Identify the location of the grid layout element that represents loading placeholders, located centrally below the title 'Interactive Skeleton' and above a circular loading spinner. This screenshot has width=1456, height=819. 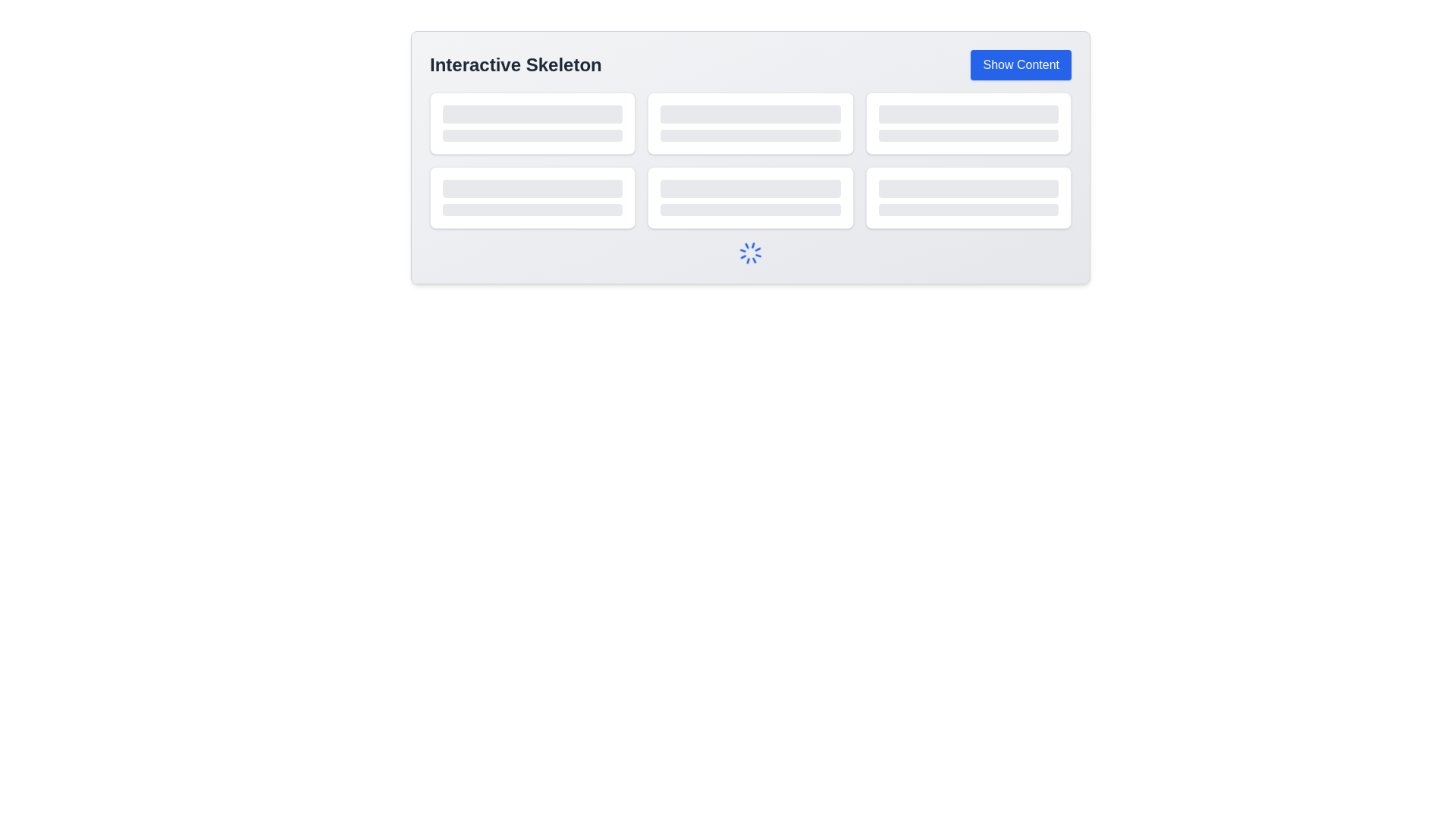
(750, 161).